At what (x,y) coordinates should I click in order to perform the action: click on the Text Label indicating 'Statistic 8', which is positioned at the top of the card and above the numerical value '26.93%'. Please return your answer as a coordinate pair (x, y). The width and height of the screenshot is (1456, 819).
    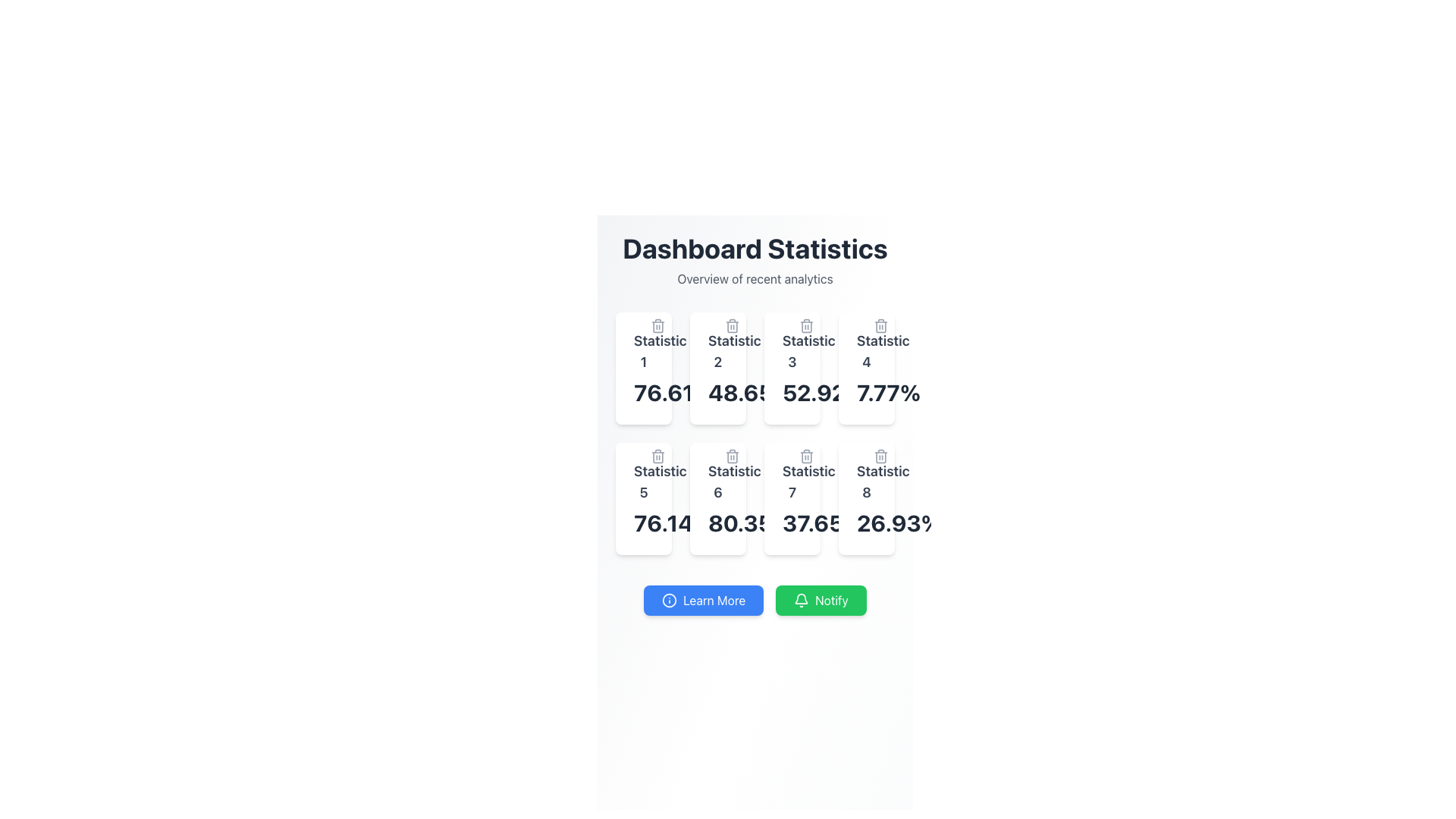
    Looking at the image, I should click on (866, 482).